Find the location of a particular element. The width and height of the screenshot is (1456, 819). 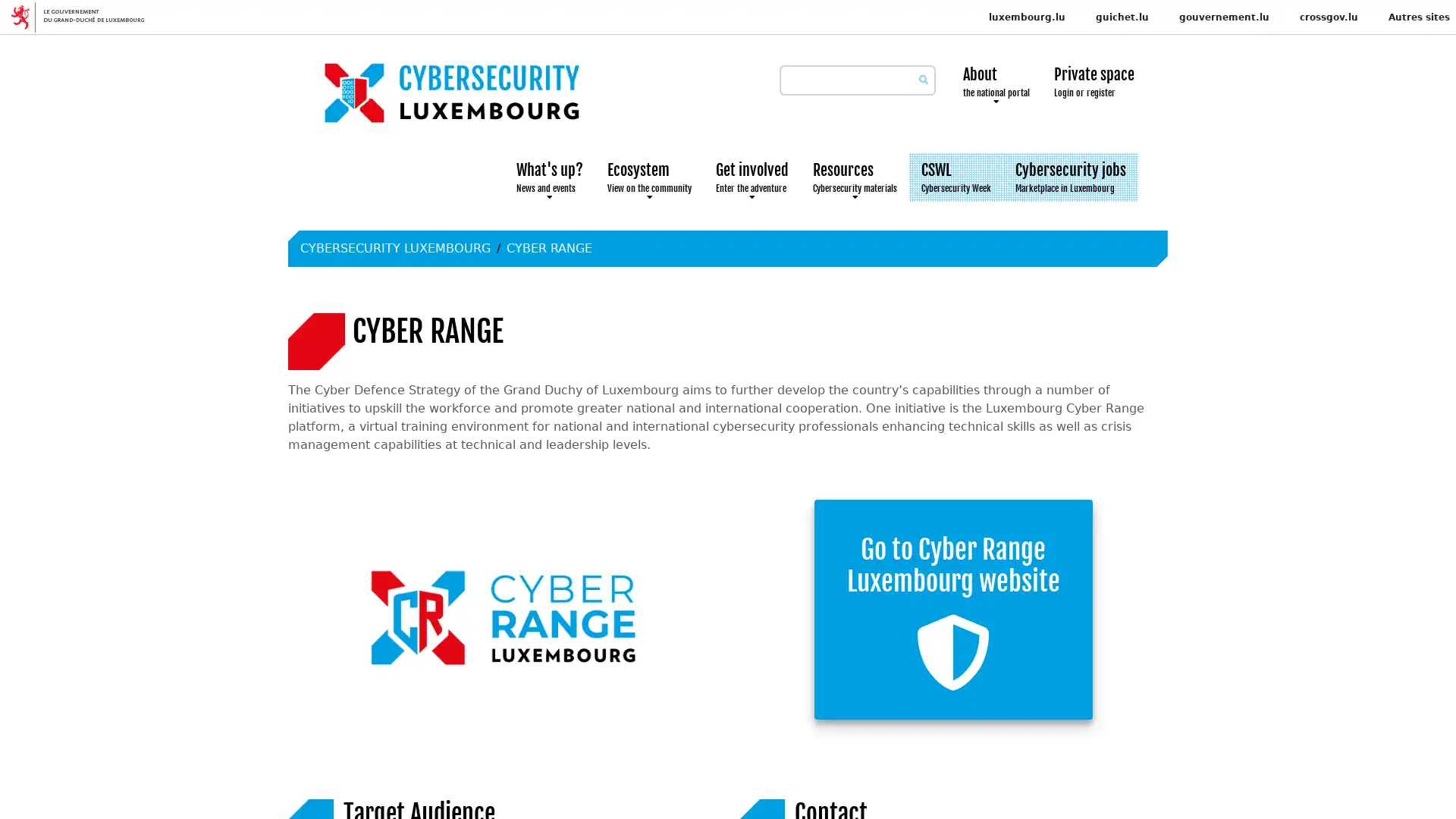

CSWL Cybersecurity Week is located at coordinates (955, 177).